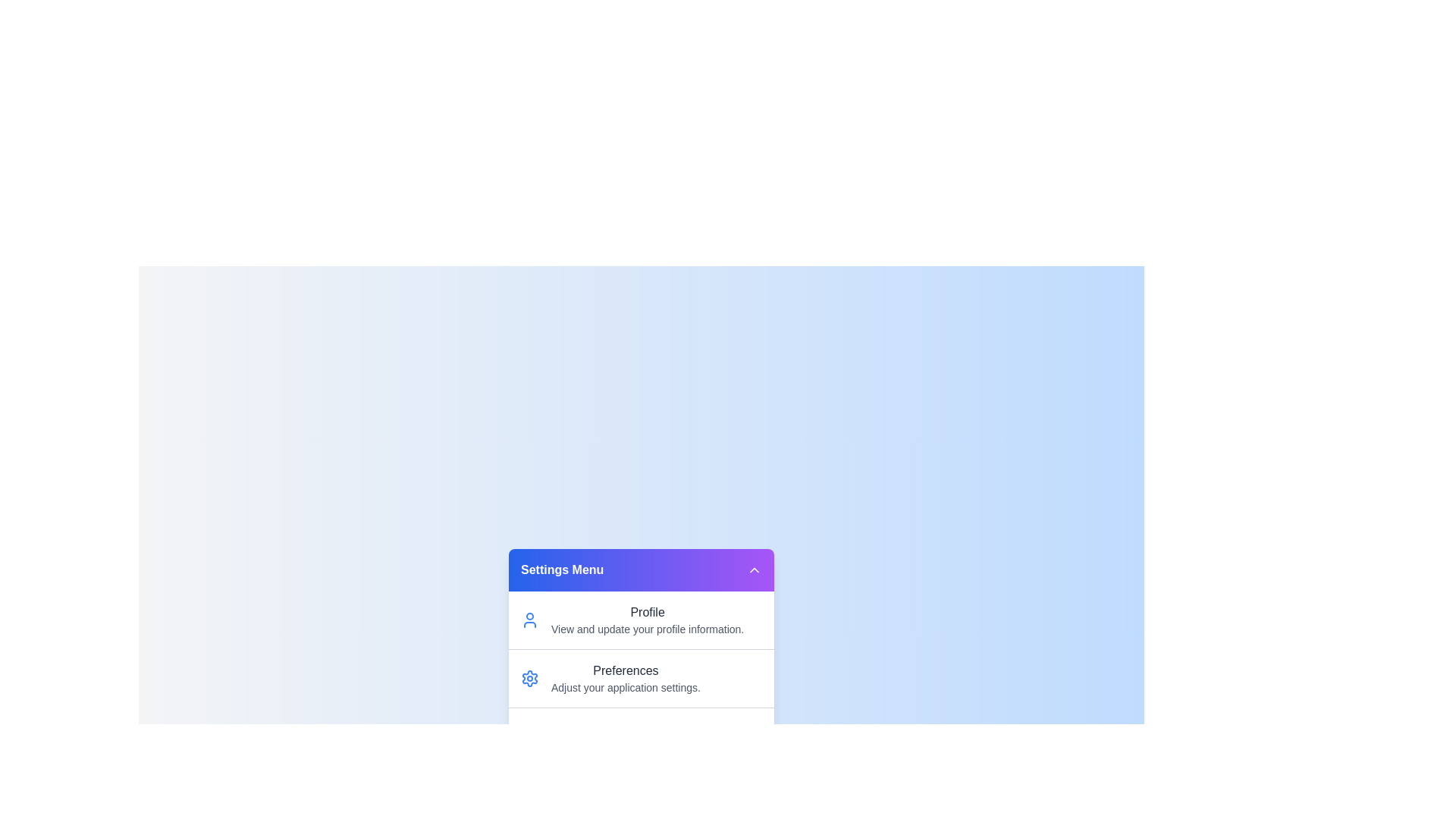 This screenshot has height=819, width=1456. I want to click on the 'Preferences' option in the settings menu, so click(641, 677).